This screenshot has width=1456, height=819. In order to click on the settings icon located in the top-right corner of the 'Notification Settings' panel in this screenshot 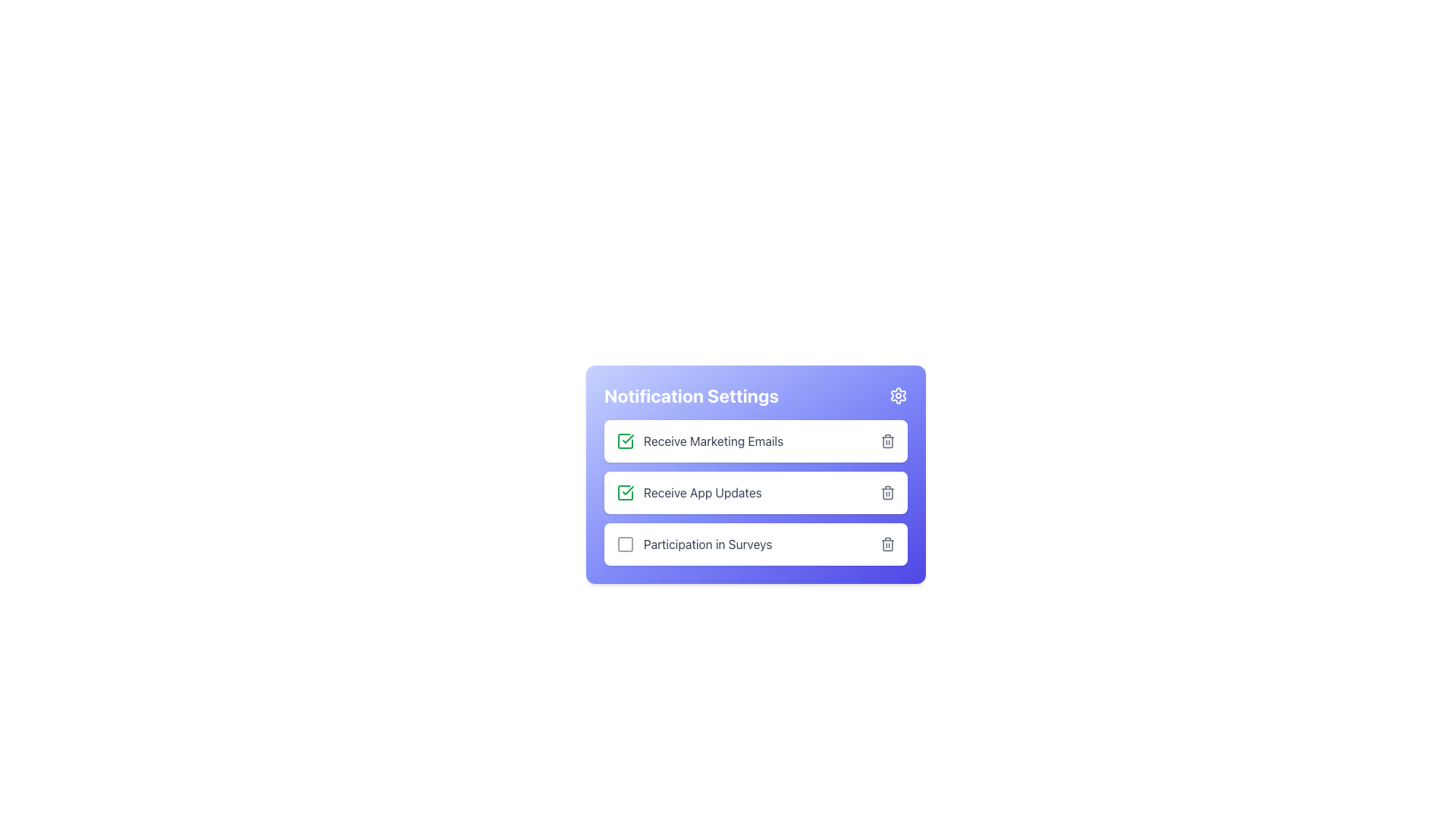, I will do `click(899, 394)`.